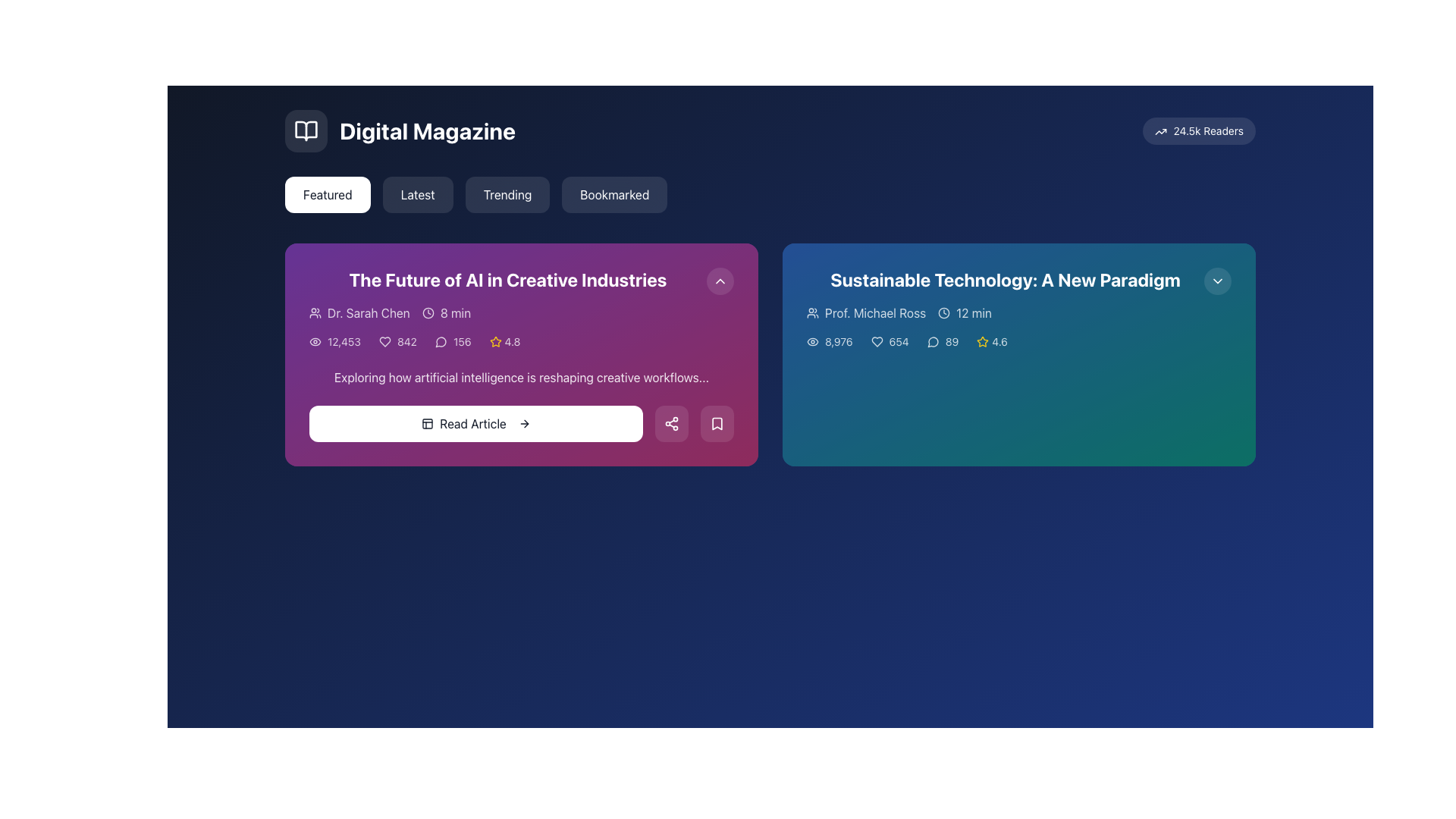 Image resolution: width=1456 pixels, height=819 pixels. Describe the element at coordinates (992, 342) in the screenshot. I see `the rating score element which consists of a numerical score and a star icon, located below the heading 'Sustainable Technology: A New Paradigm.'` at that location.